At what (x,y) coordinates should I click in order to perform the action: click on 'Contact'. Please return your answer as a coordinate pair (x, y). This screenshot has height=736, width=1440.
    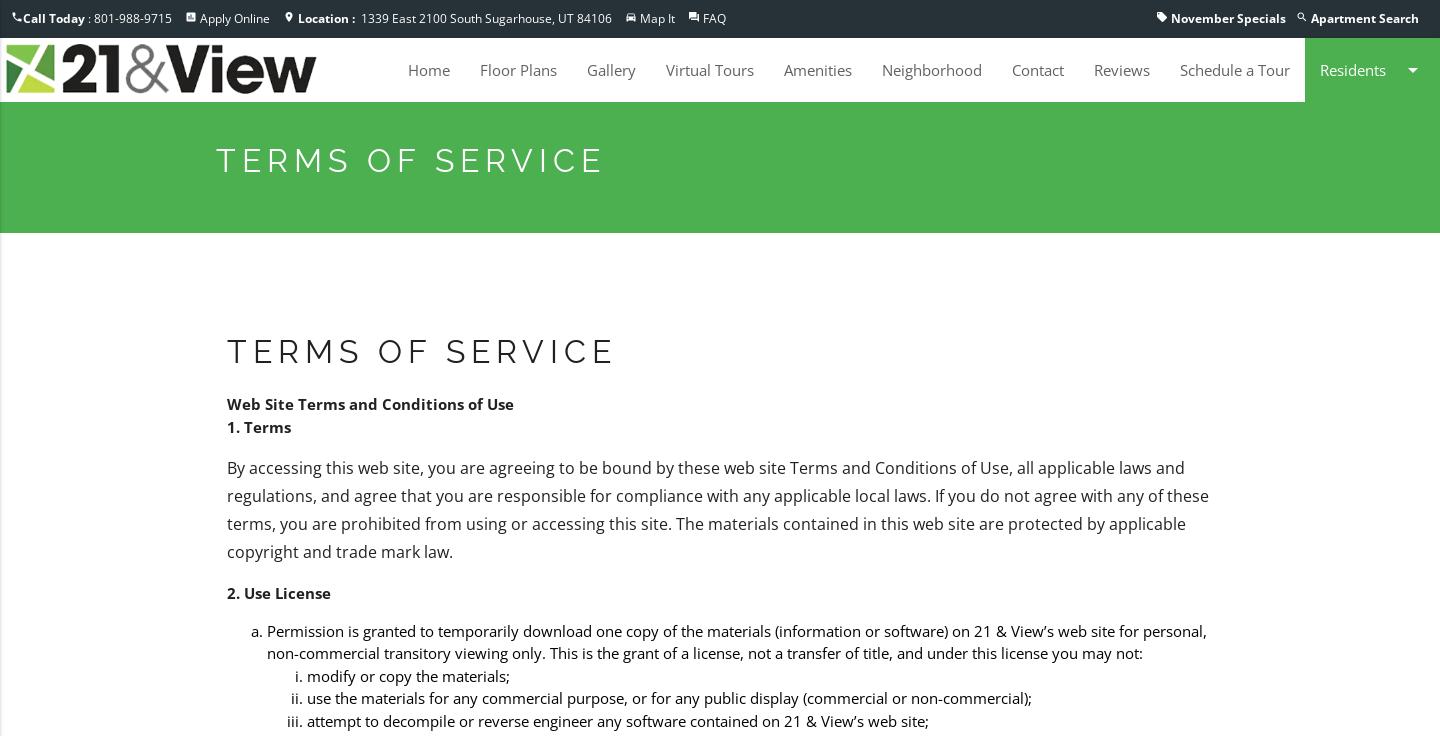
    Looking at the image, I should click on (1037, 69).